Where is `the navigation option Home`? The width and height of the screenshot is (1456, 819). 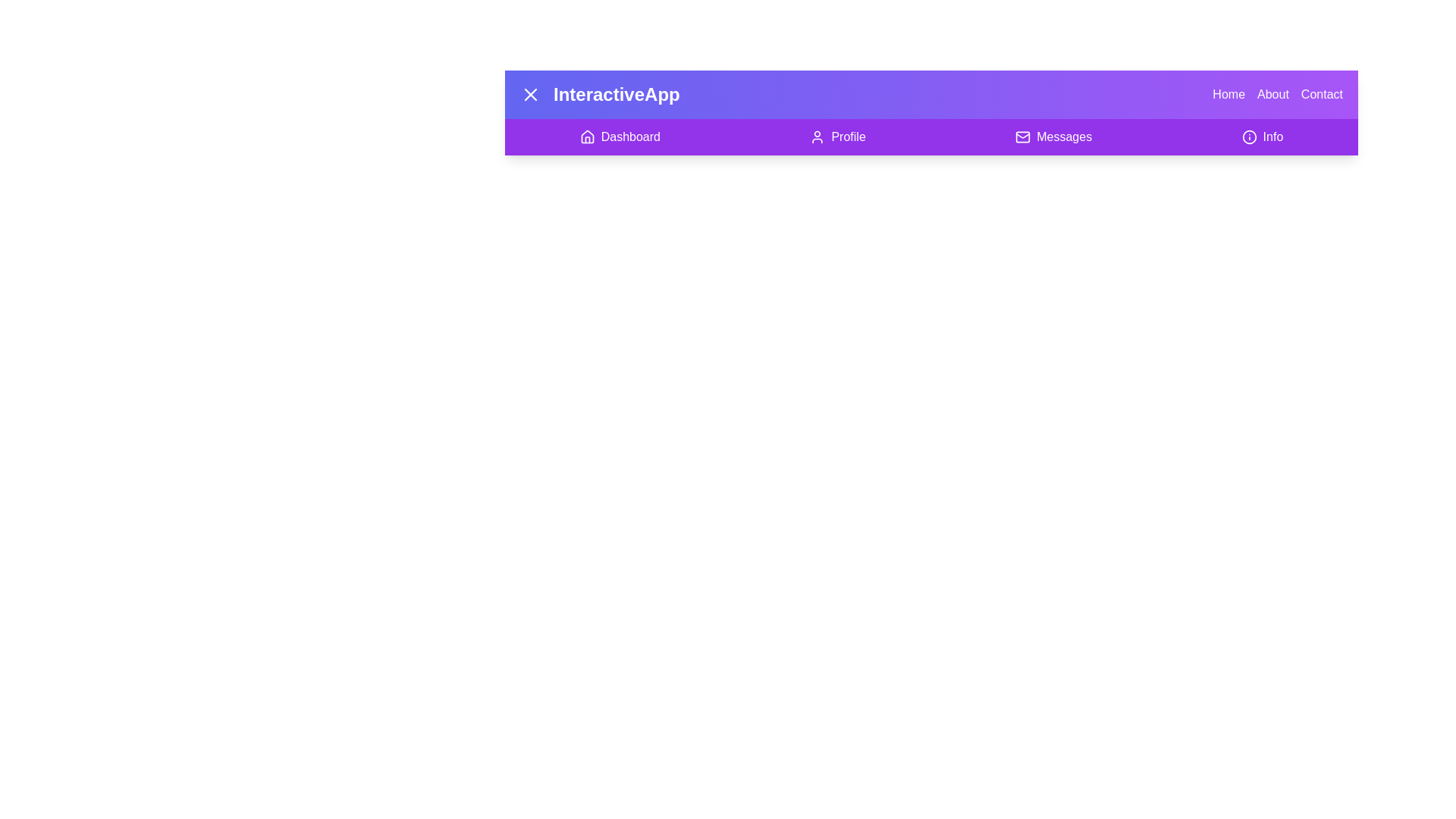 the navigation option Home is located at coordinates (1228, 94).